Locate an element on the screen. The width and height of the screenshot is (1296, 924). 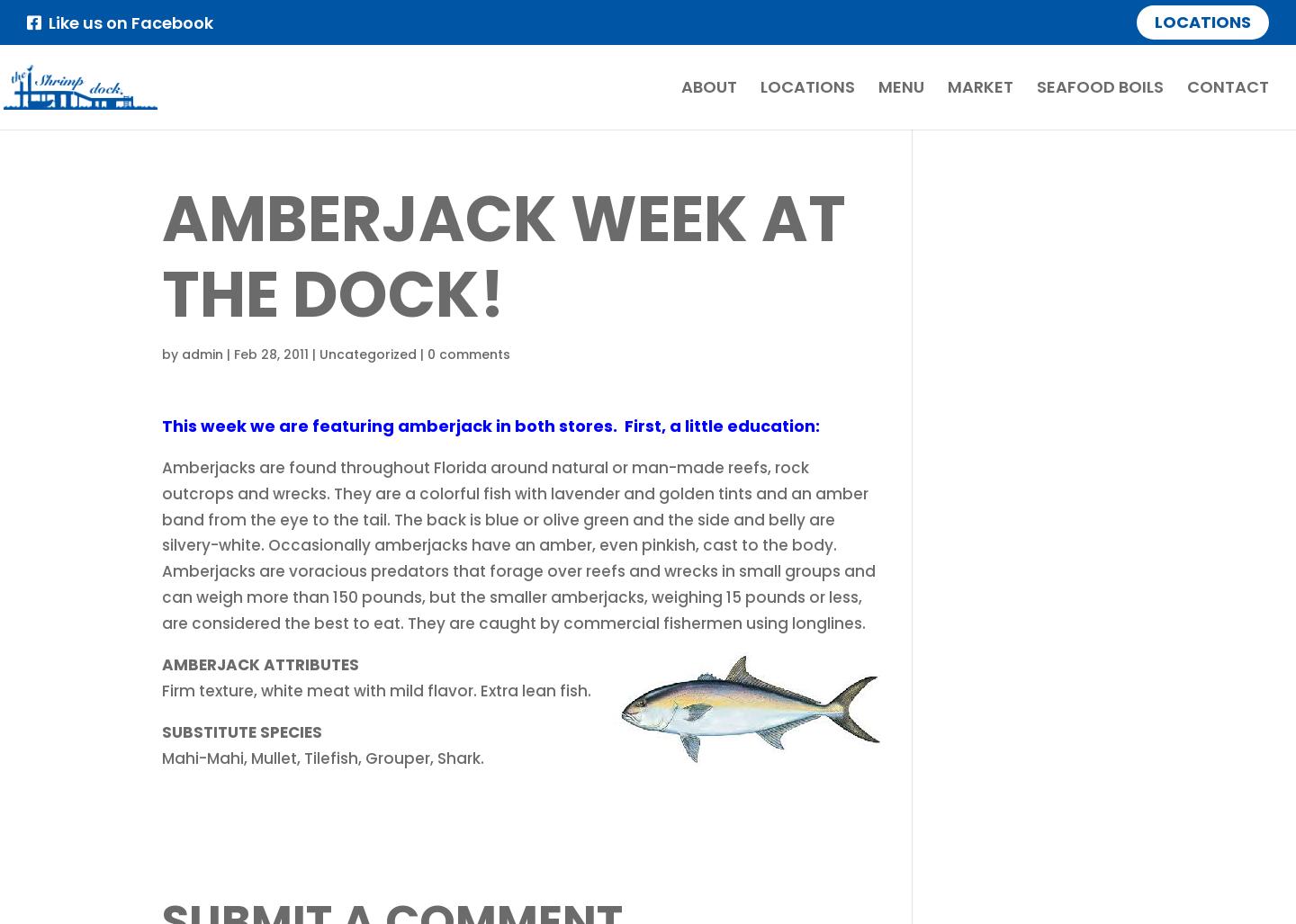
'Menu' is located at coordinates (900, 85).